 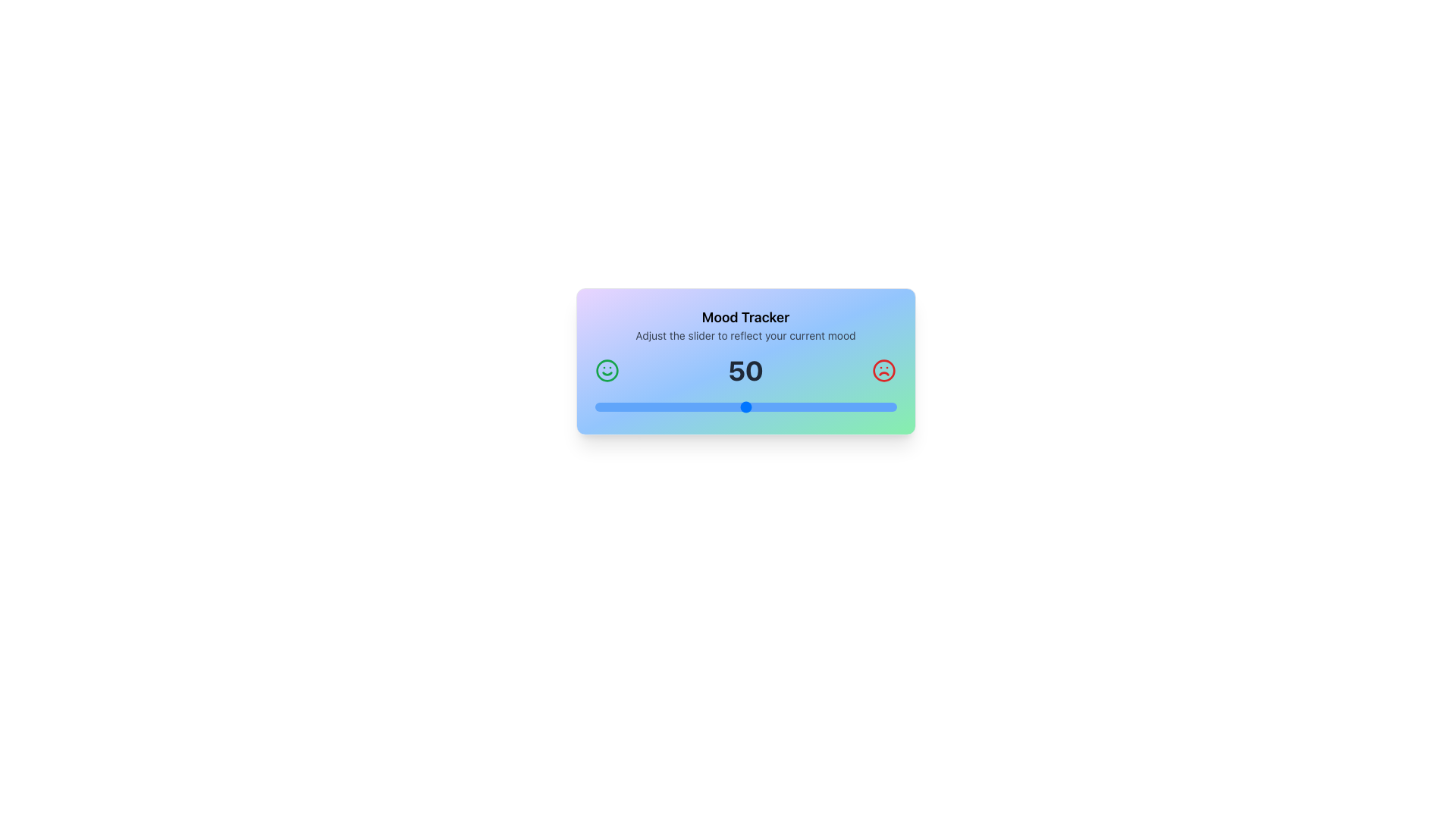 What do you see at coordinates (693, 406) in the screenshot?
I see `the mood slider value` at bounding box center [693, 406].